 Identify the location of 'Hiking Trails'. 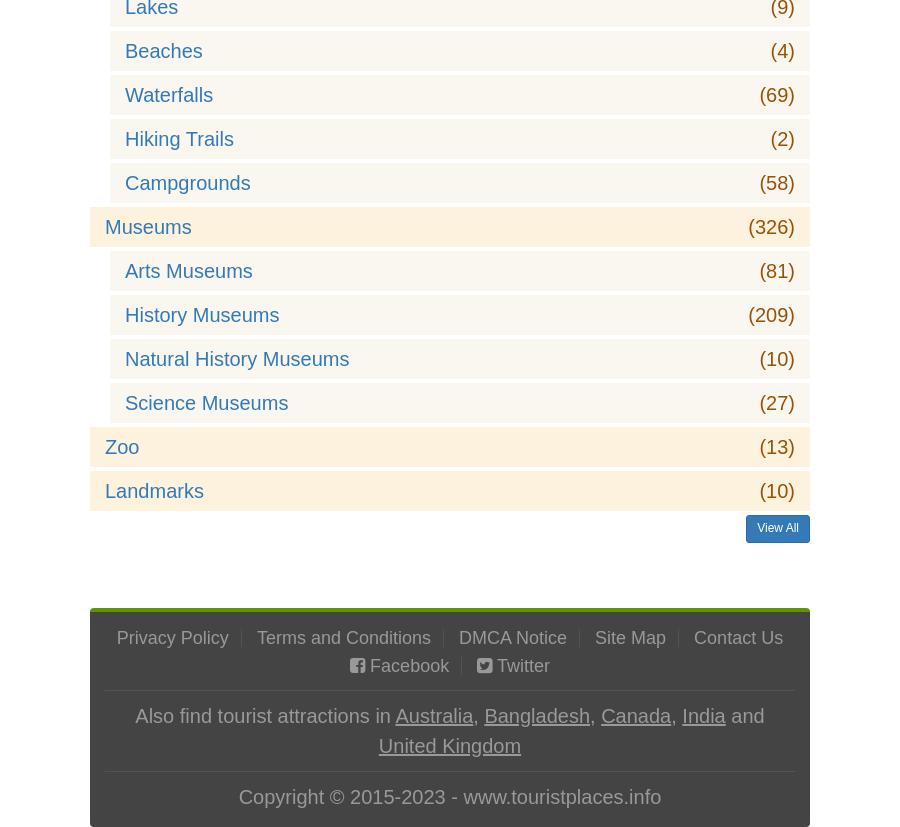
(179, 139).